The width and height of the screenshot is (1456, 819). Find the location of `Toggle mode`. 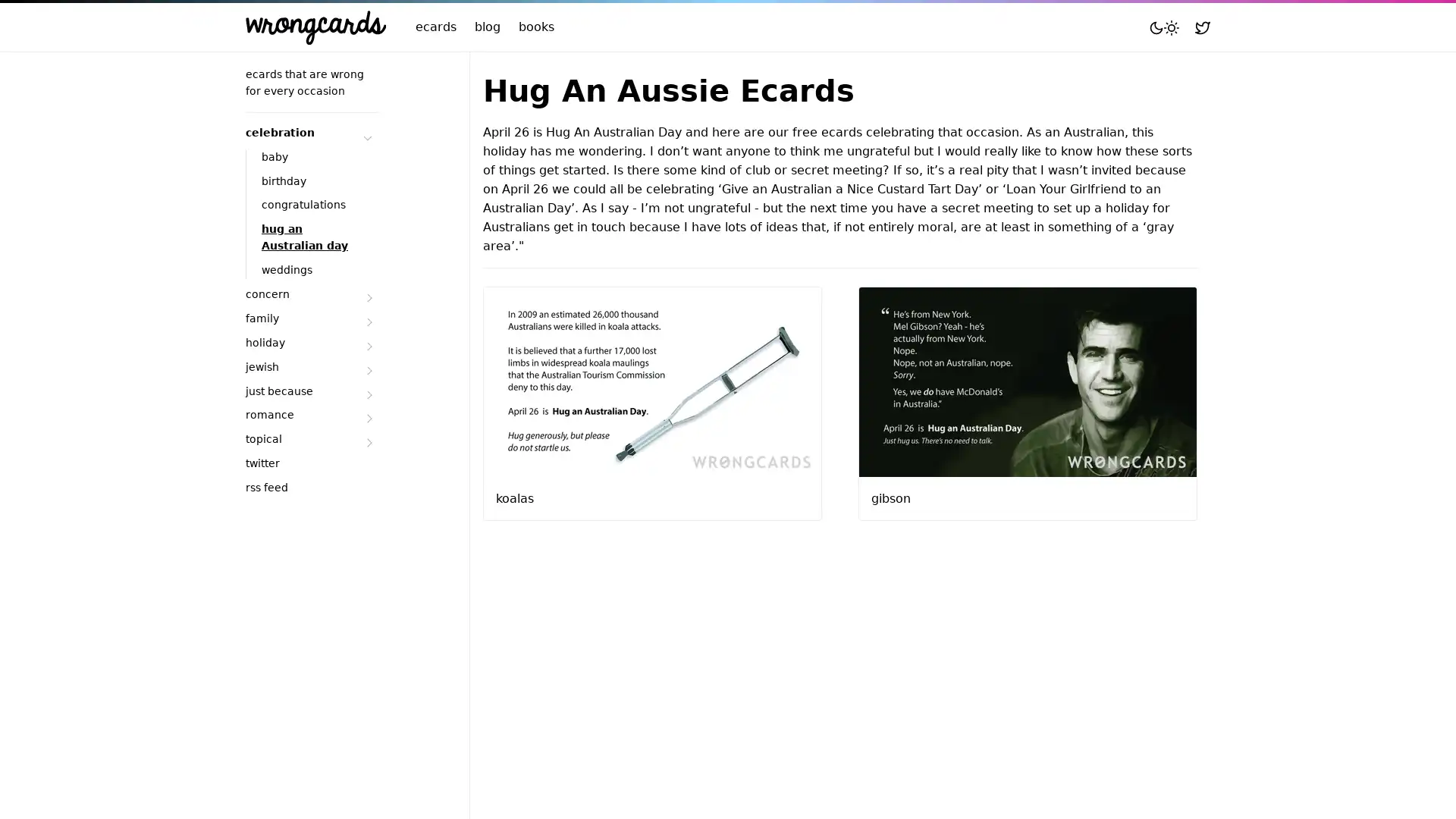

Toggle mode is located at coordinates (1163, 27).